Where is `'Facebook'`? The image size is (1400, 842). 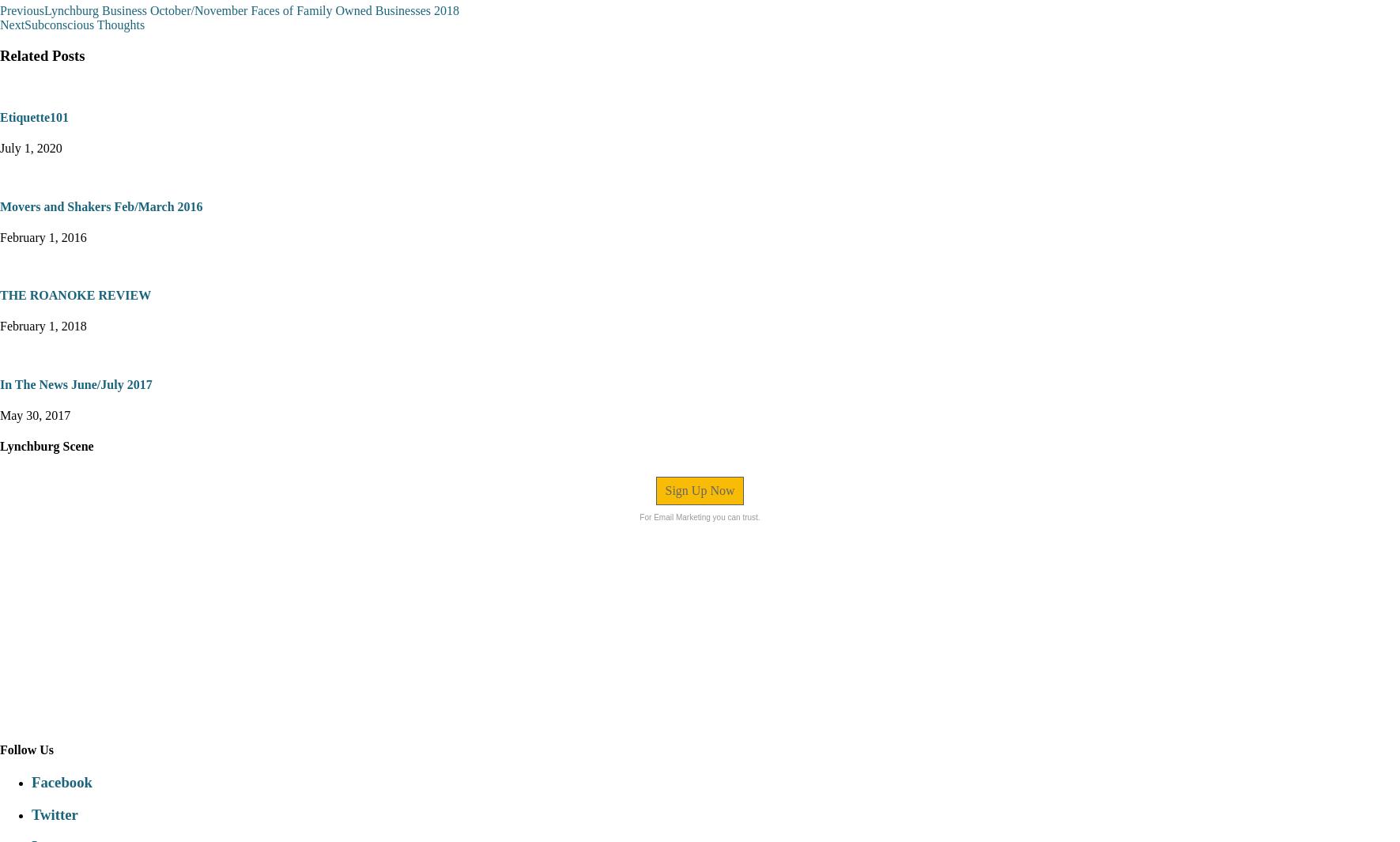 'Facebook' is located at coordinates (60, 781).